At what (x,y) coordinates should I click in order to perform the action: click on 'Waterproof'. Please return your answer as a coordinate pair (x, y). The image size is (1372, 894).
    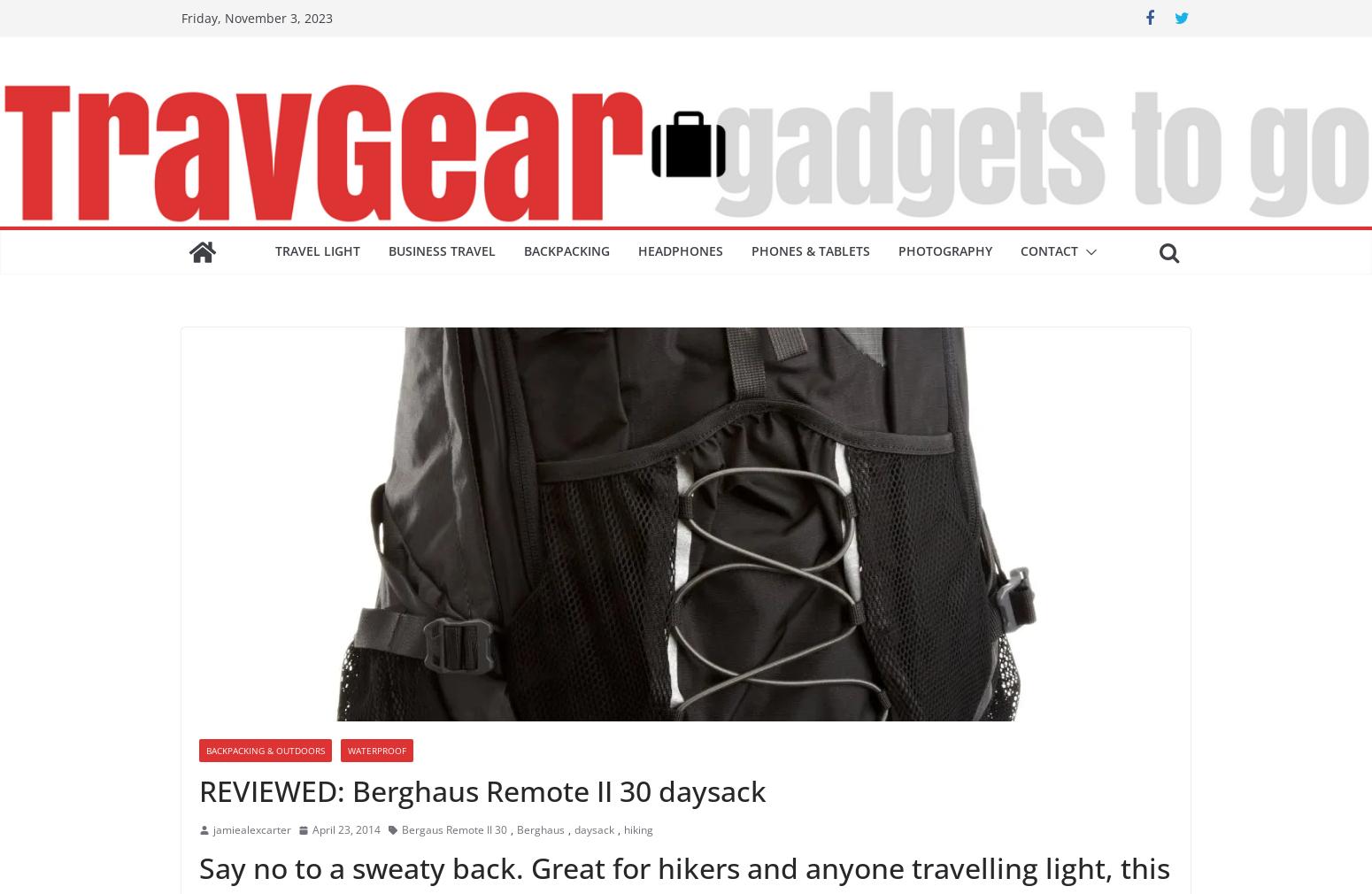
    Looking at the image, I should click on (376, 750).